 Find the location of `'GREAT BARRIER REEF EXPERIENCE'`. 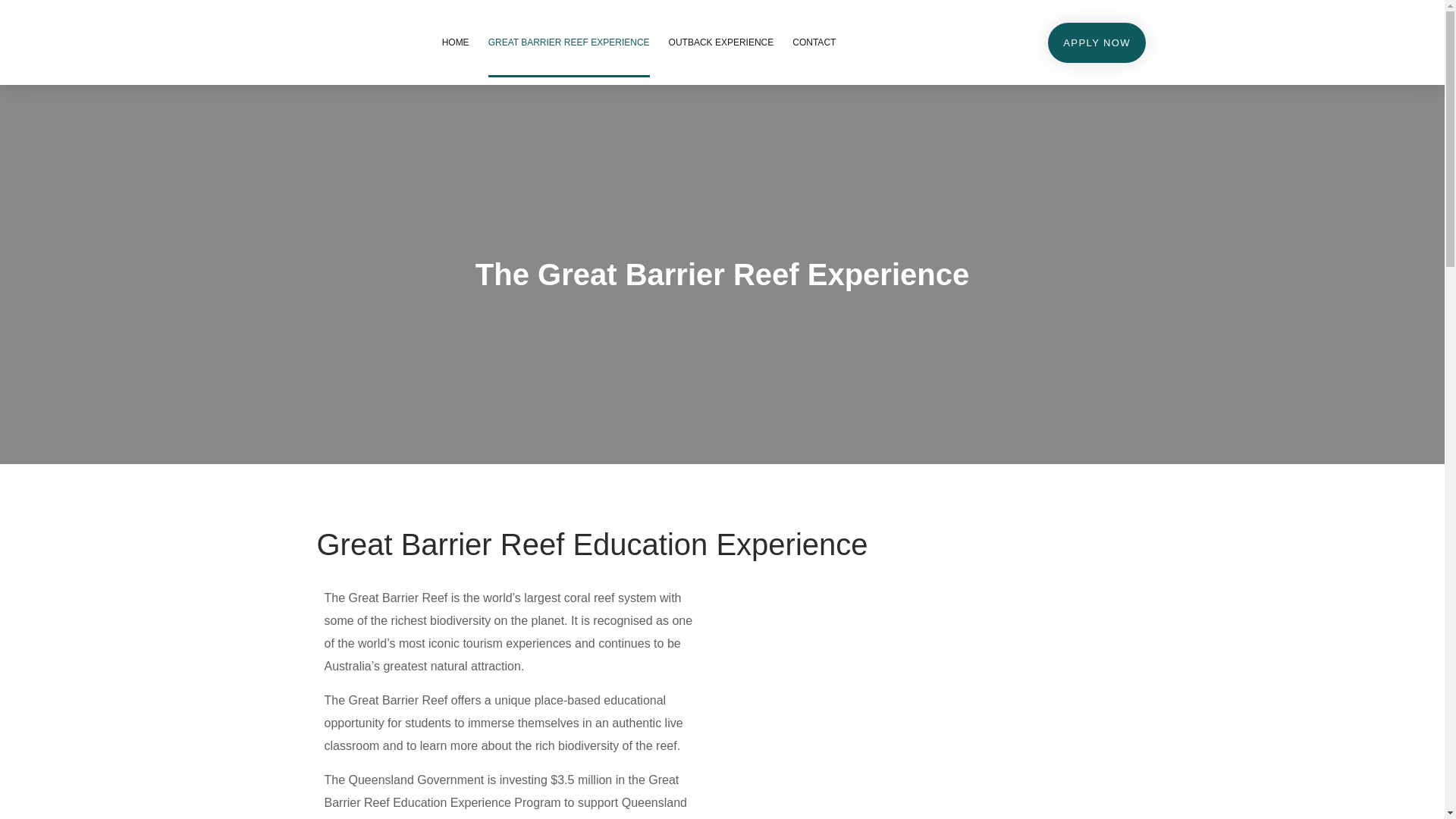

'GREAT BARRIER REEF EXPERIENCE' is located at coordinates (568, 42).